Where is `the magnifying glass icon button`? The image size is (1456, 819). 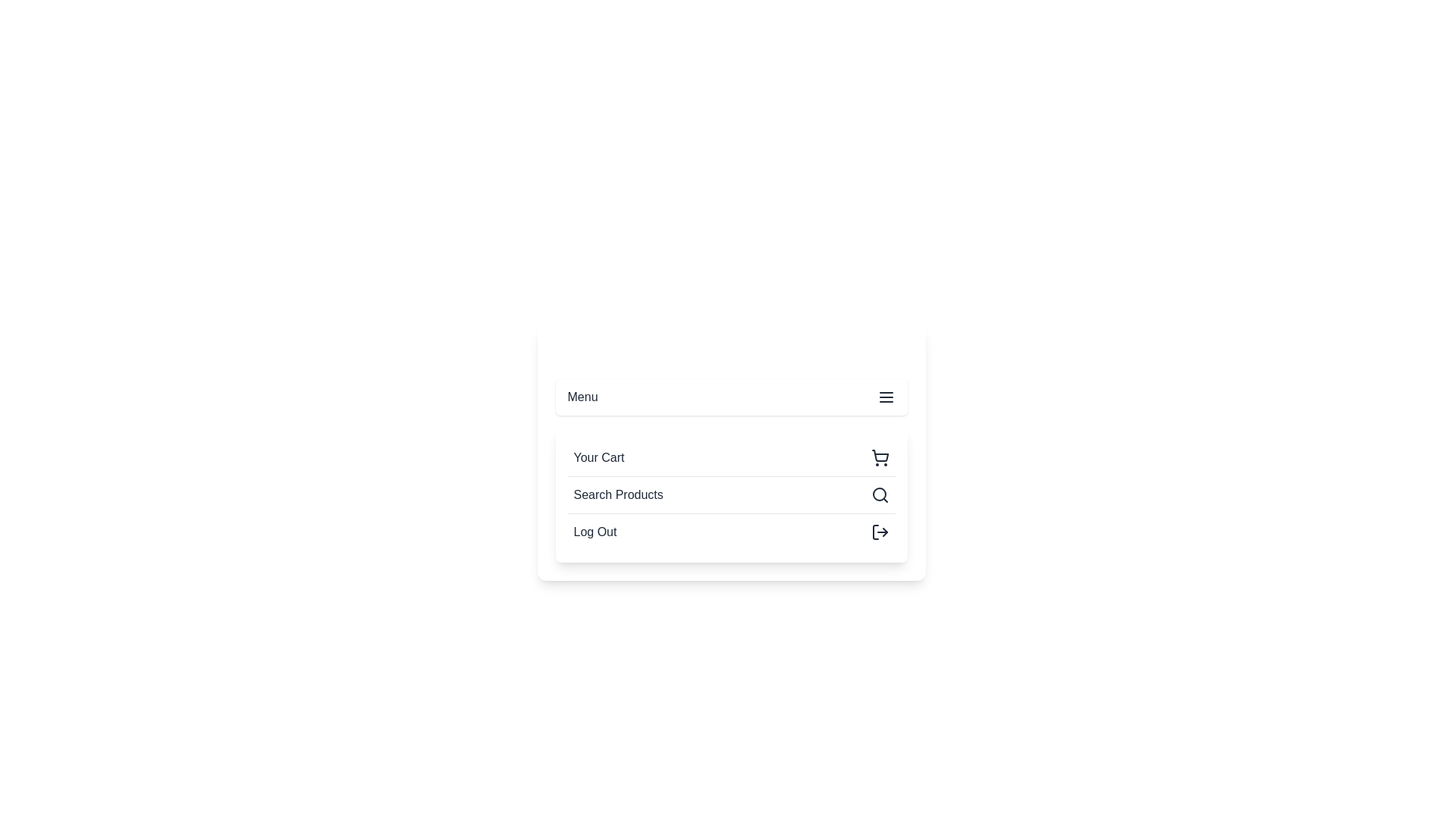 the magnifying glass icon button is located at coordinates (880, 494).